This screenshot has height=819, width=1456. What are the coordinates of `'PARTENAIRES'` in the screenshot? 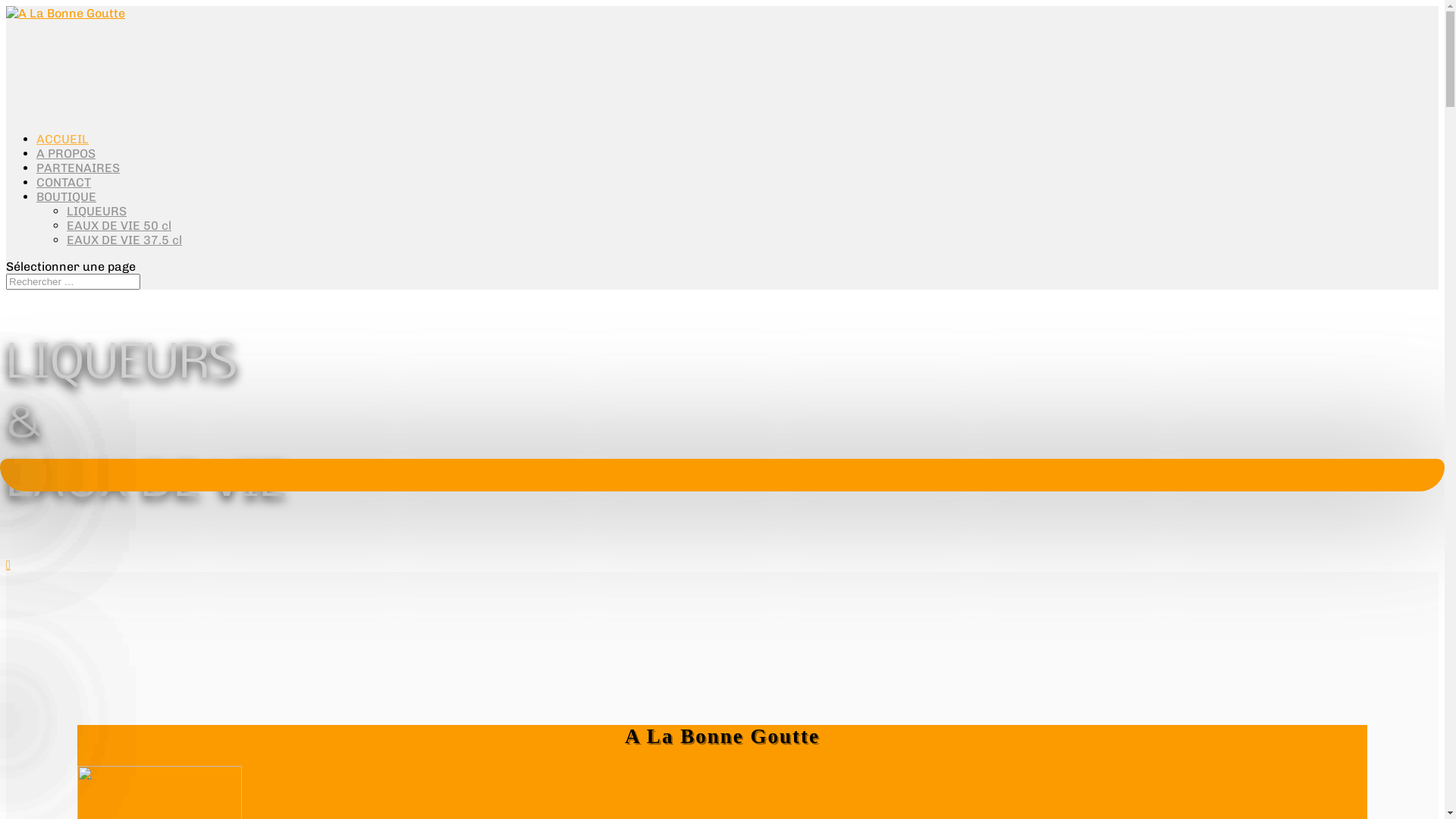 It's located at (77, 168).